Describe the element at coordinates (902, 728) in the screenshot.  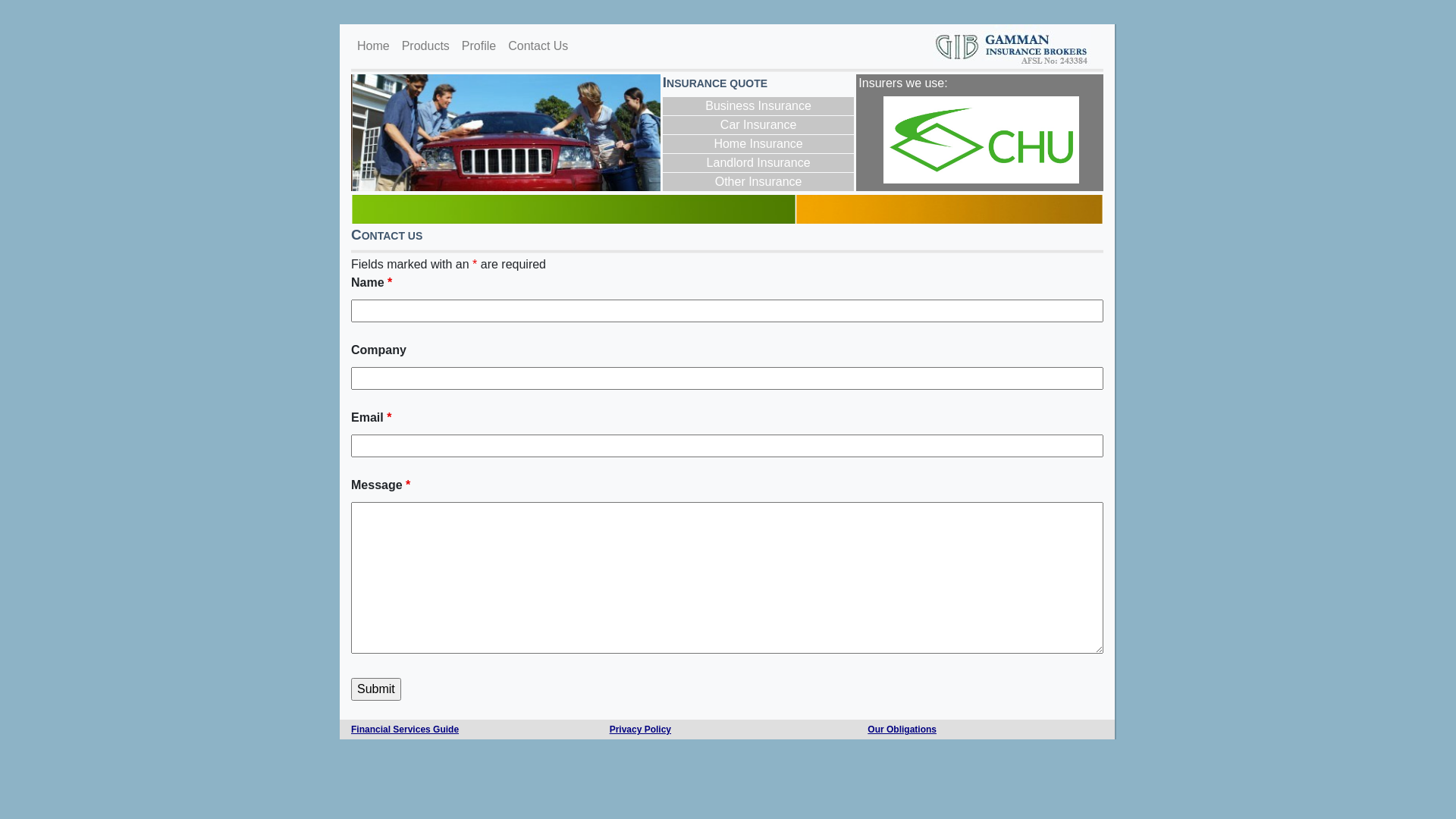
I see `'Our Obligations'` at that location.